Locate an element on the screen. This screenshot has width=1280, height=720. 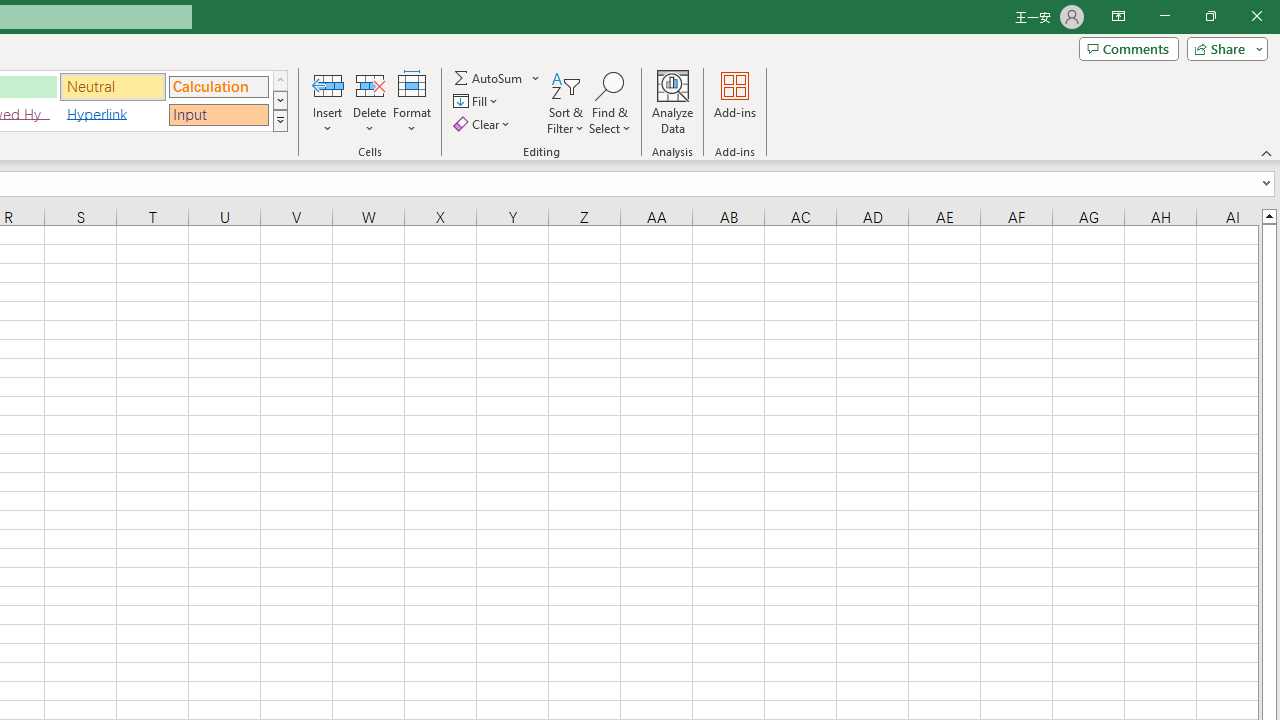
'Neutral' is located at coordinates (112, 85).